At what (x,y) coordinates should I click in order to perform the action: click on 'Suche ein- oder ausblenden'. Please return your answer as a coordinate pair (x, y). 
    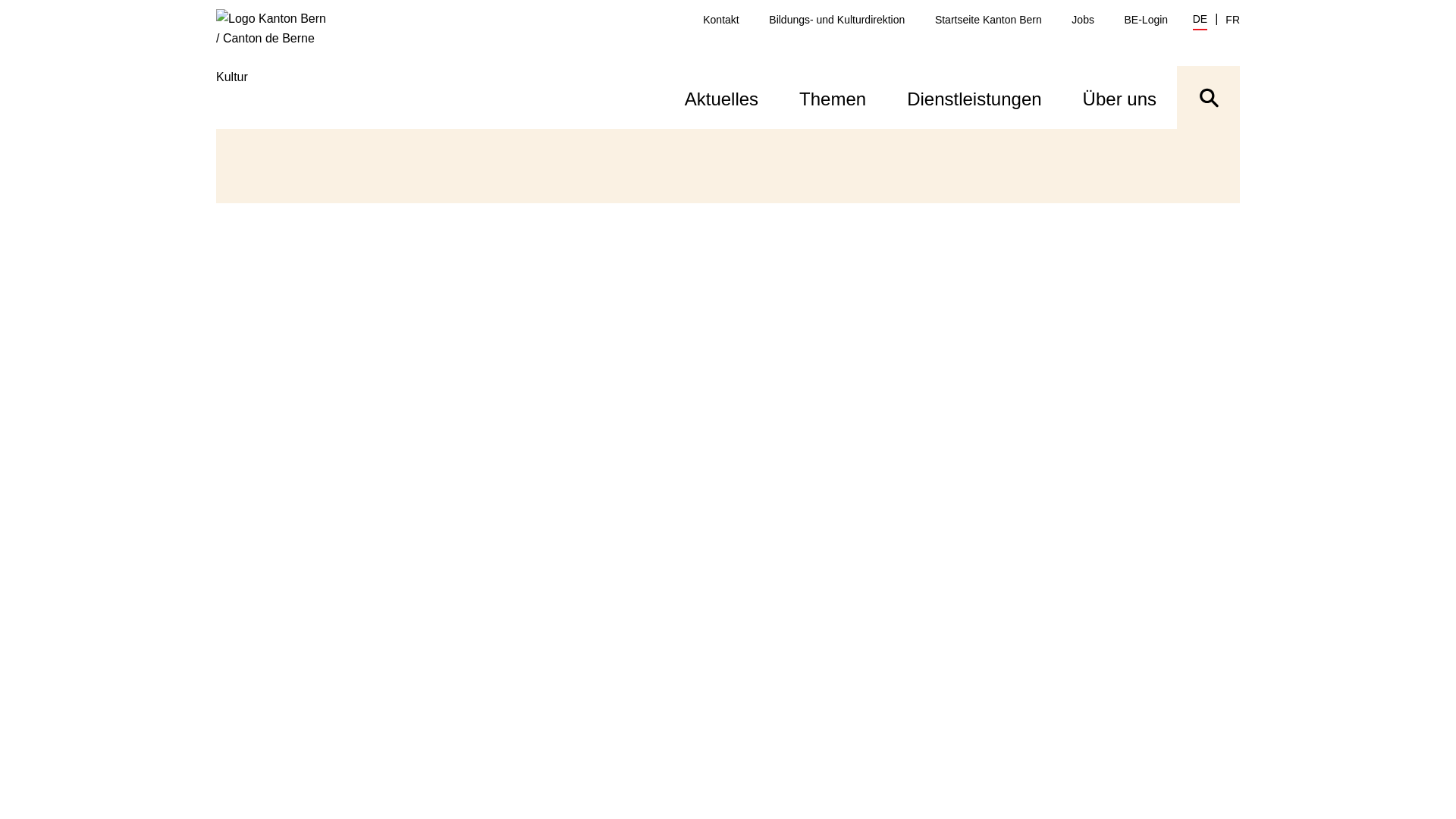
    Looking at the image, I should click on (1207, 97).